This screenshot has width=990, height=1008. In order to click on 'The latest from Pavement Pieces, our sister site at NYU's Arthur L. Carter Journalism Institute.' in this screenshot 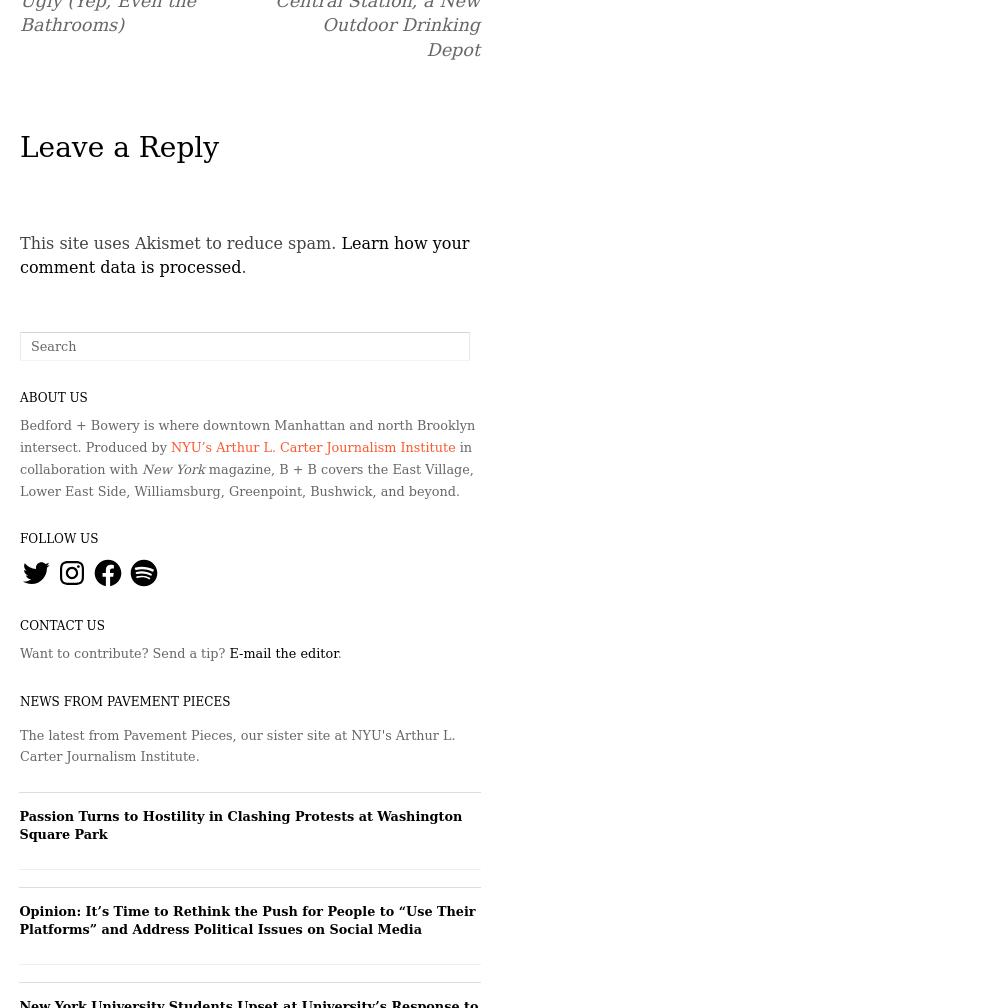, I will do `click(236, 745)`.